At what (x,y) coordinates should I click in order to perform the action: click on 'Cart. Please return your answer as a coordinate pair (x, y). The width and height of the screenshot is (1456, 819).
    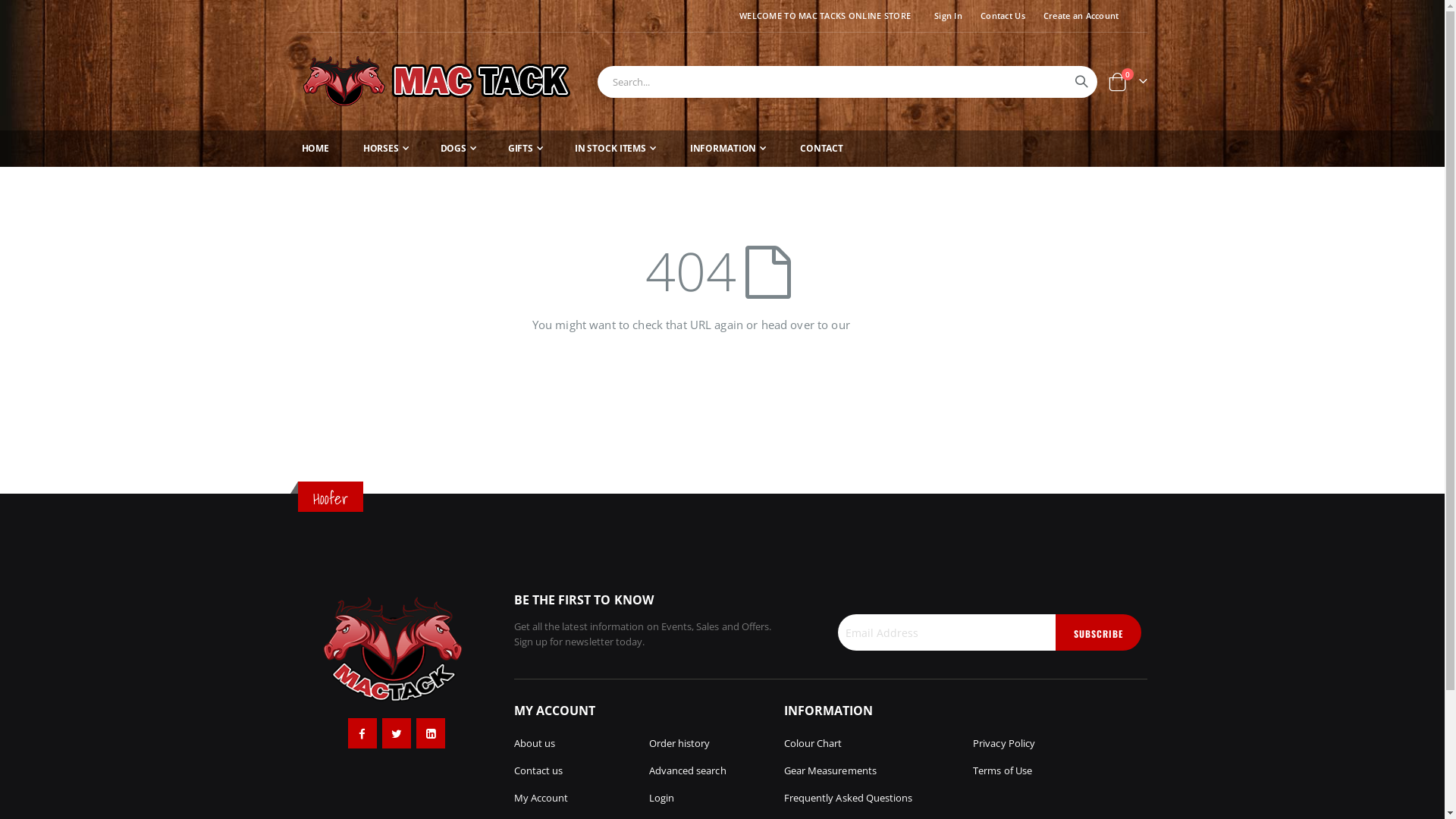
    Looking at the image, I should click on (1127, 81).